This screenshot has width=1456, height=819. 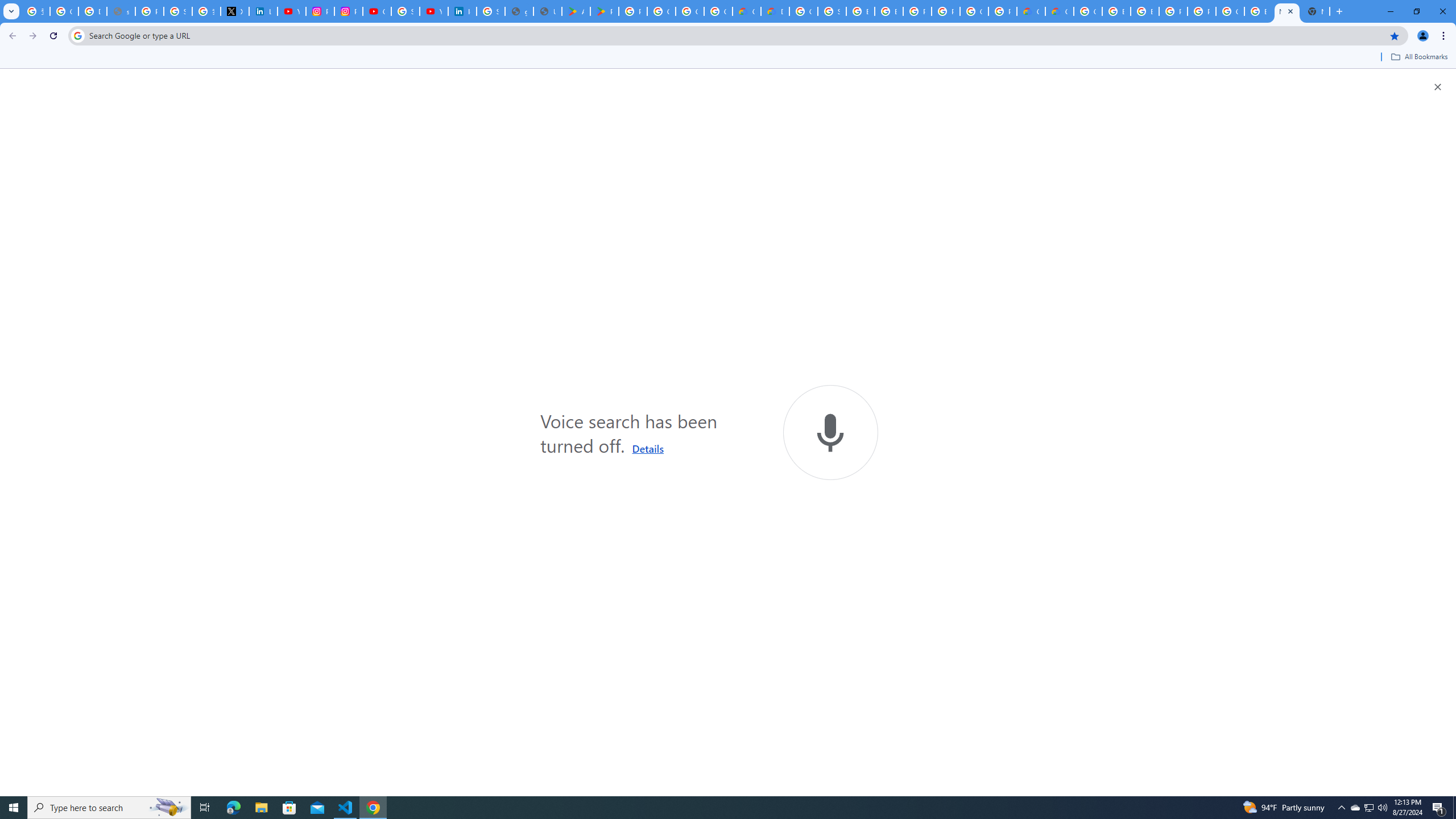 What do you see at coordinates (263, 11) in the screenshot?
I see `'LinkedIn Privacy Policy'` at bounding box center [263, 11].